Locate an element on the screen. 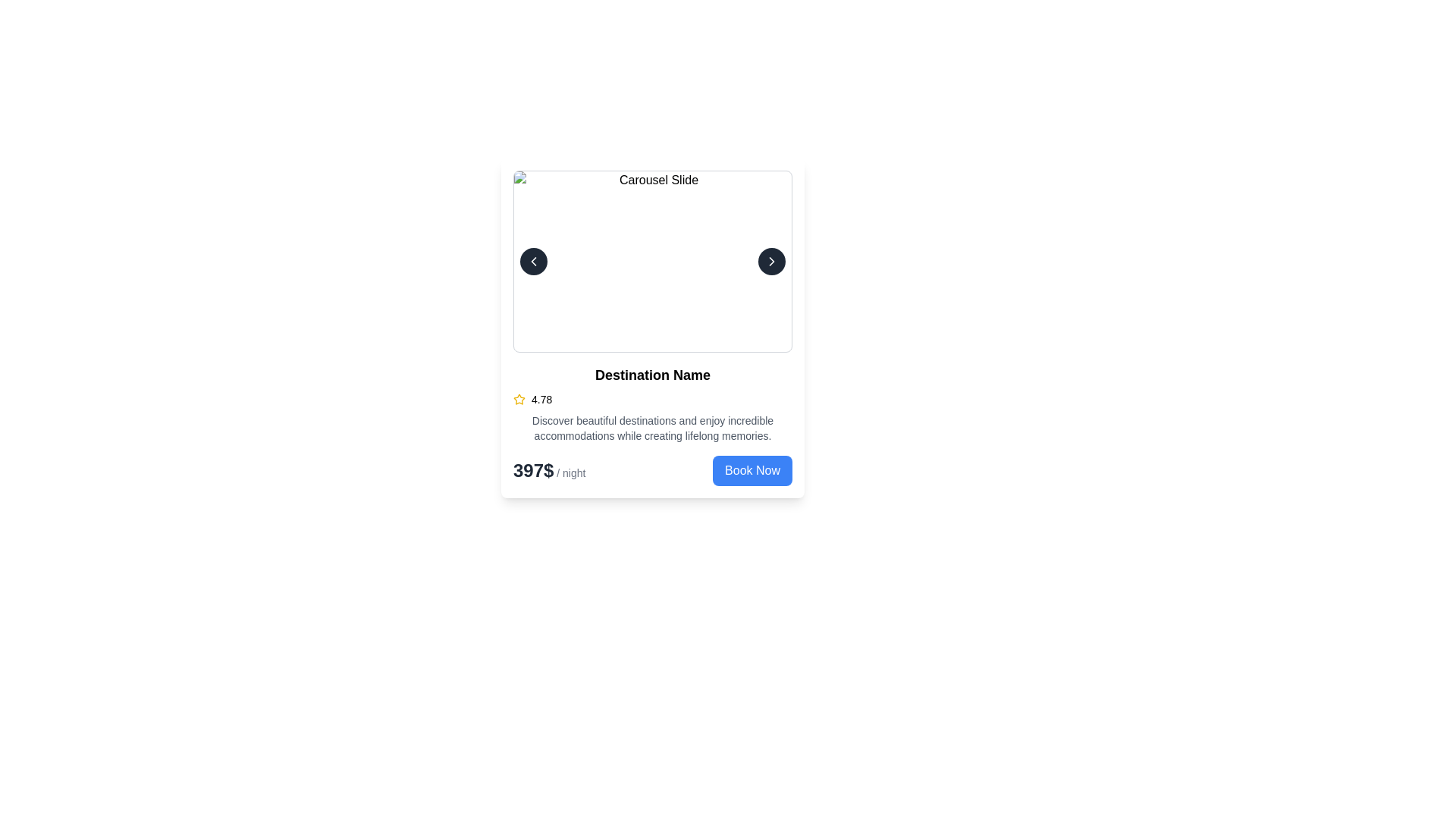 Image resolution: width=1456 pixels, height=819 pixels. displayed price text '397$ / night' from the Text Label located in the bottom-left corner of the card, preceding the 'Book Now' button is located at coordinates (548, 470).